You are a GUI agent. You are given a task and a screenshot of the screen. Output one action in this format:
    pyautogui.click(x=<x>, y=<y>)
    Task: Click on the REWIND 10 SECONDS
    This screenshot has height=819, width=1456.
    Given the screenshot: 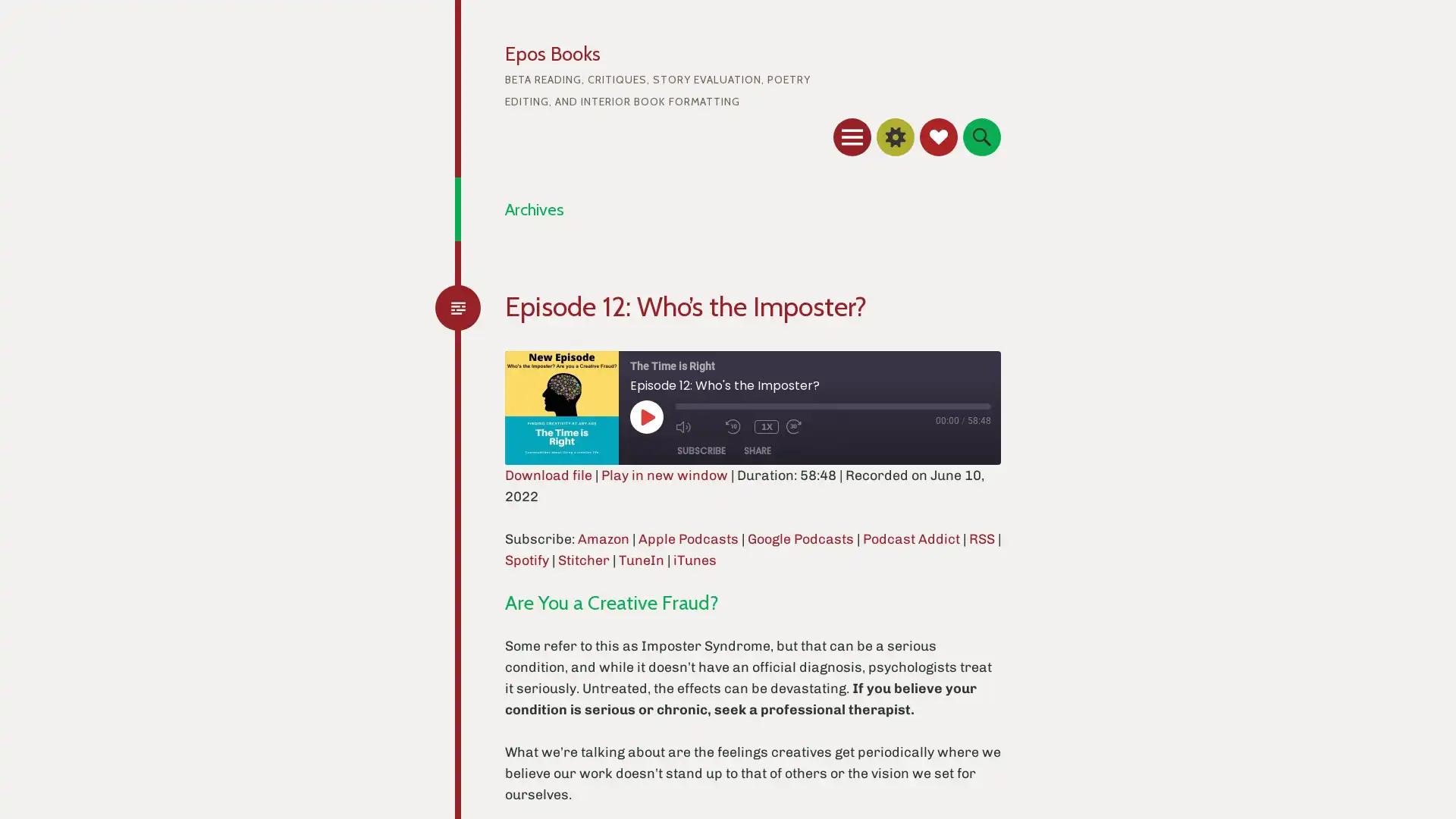 What is the action you would take?
    pyautogui.click(x=736, y=426)
    